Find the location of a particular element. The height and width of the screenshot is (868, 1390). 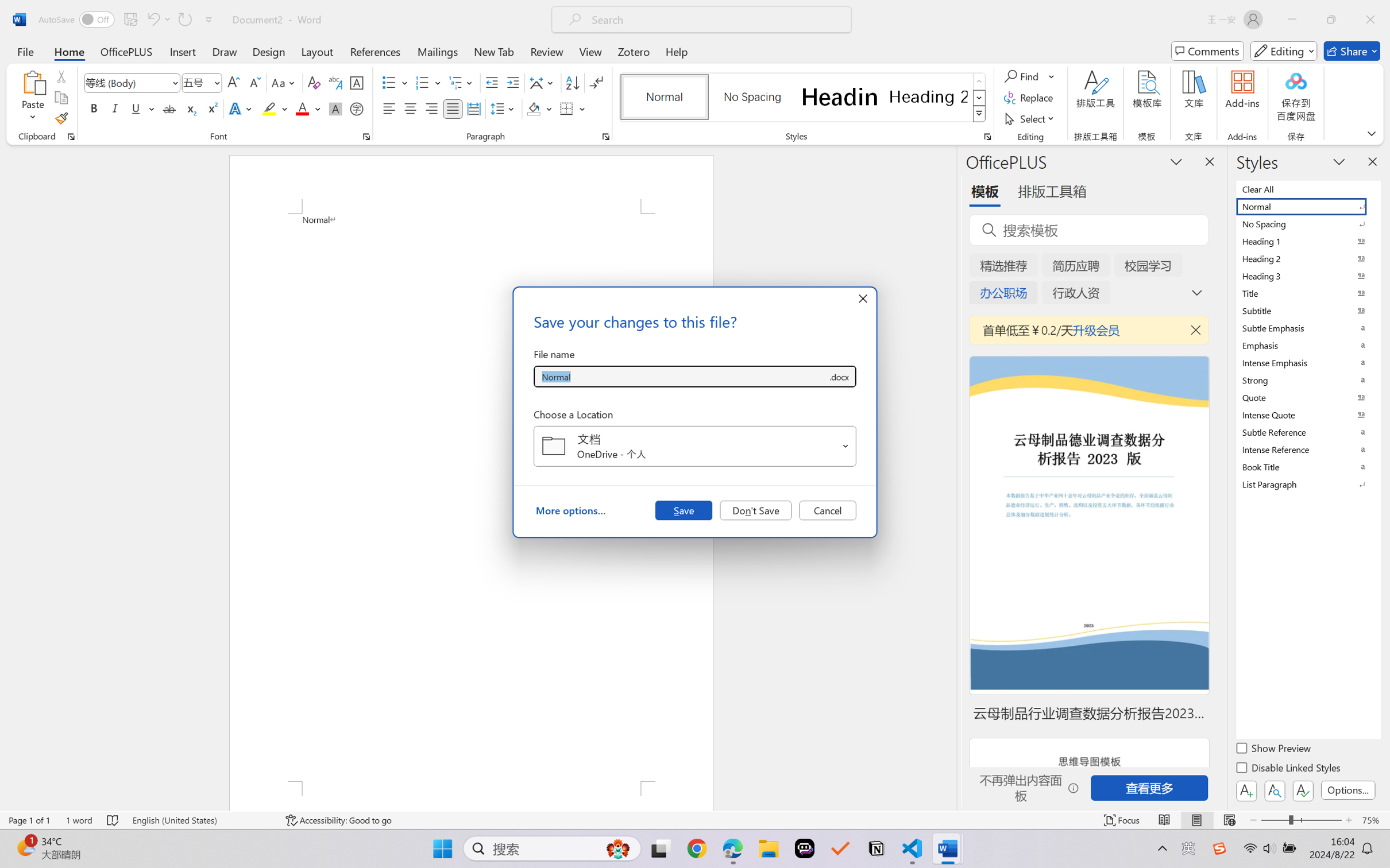

'Read Mode' is located at coordinates (1164, 820).